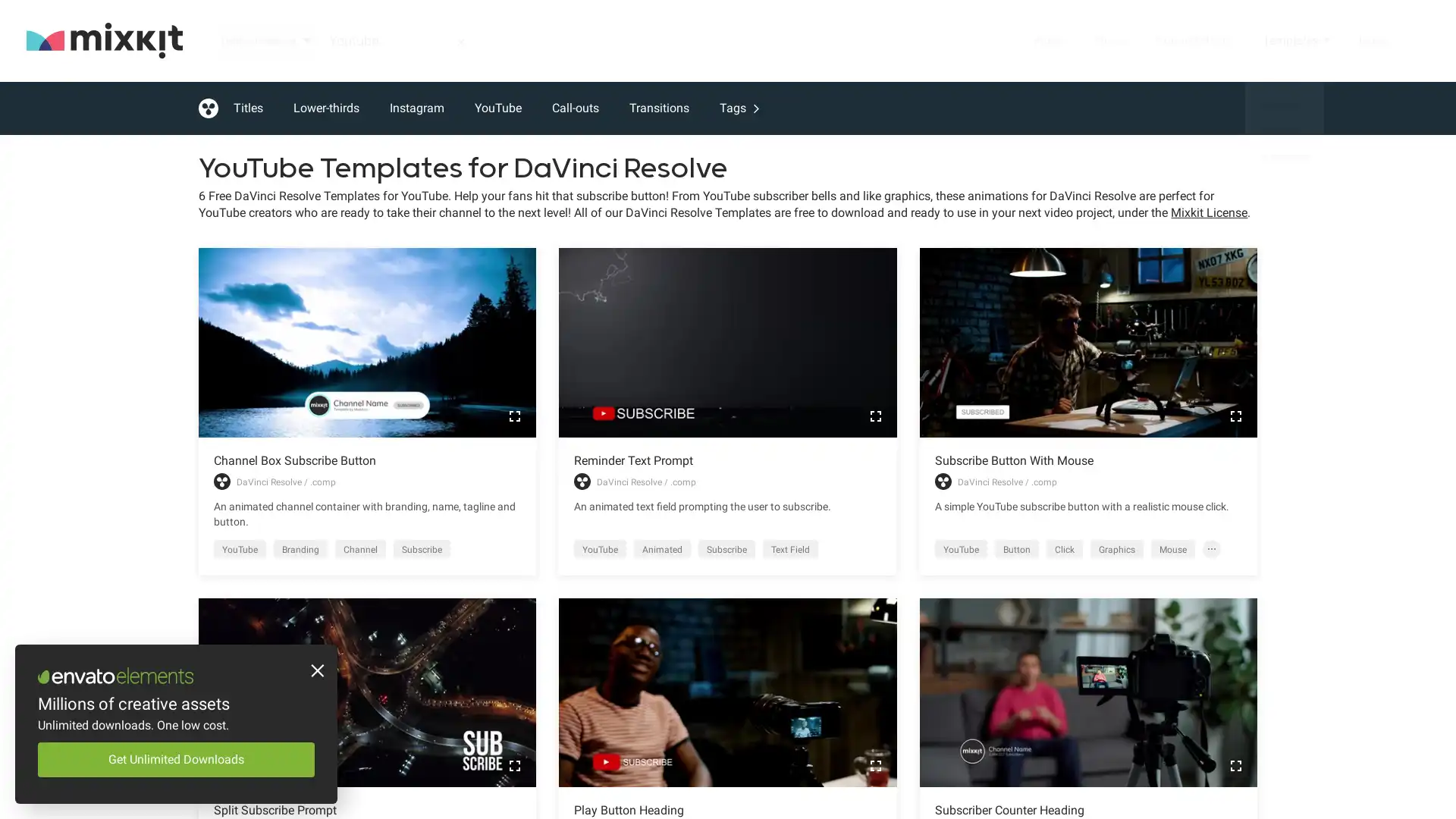  Describe the element at coordinates (1235, 766) in the screenshot. I see `View Fullscreen` at that location.